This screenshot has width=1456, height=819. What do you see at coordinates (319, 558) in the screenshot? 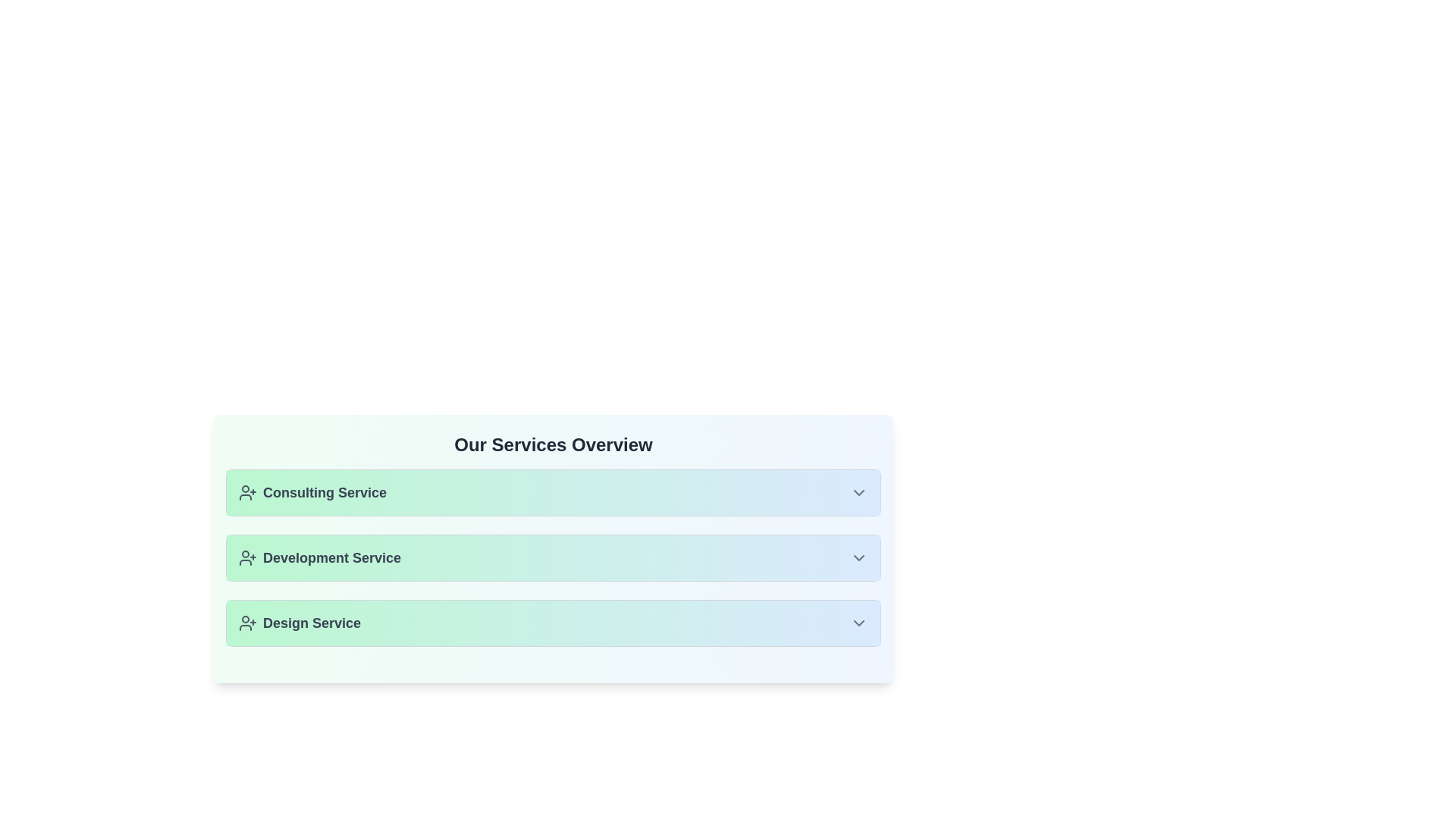
I see `the static text element labeled 'Development Service', which is the second item in a vertical list of services` at bounding box center [319, 558].